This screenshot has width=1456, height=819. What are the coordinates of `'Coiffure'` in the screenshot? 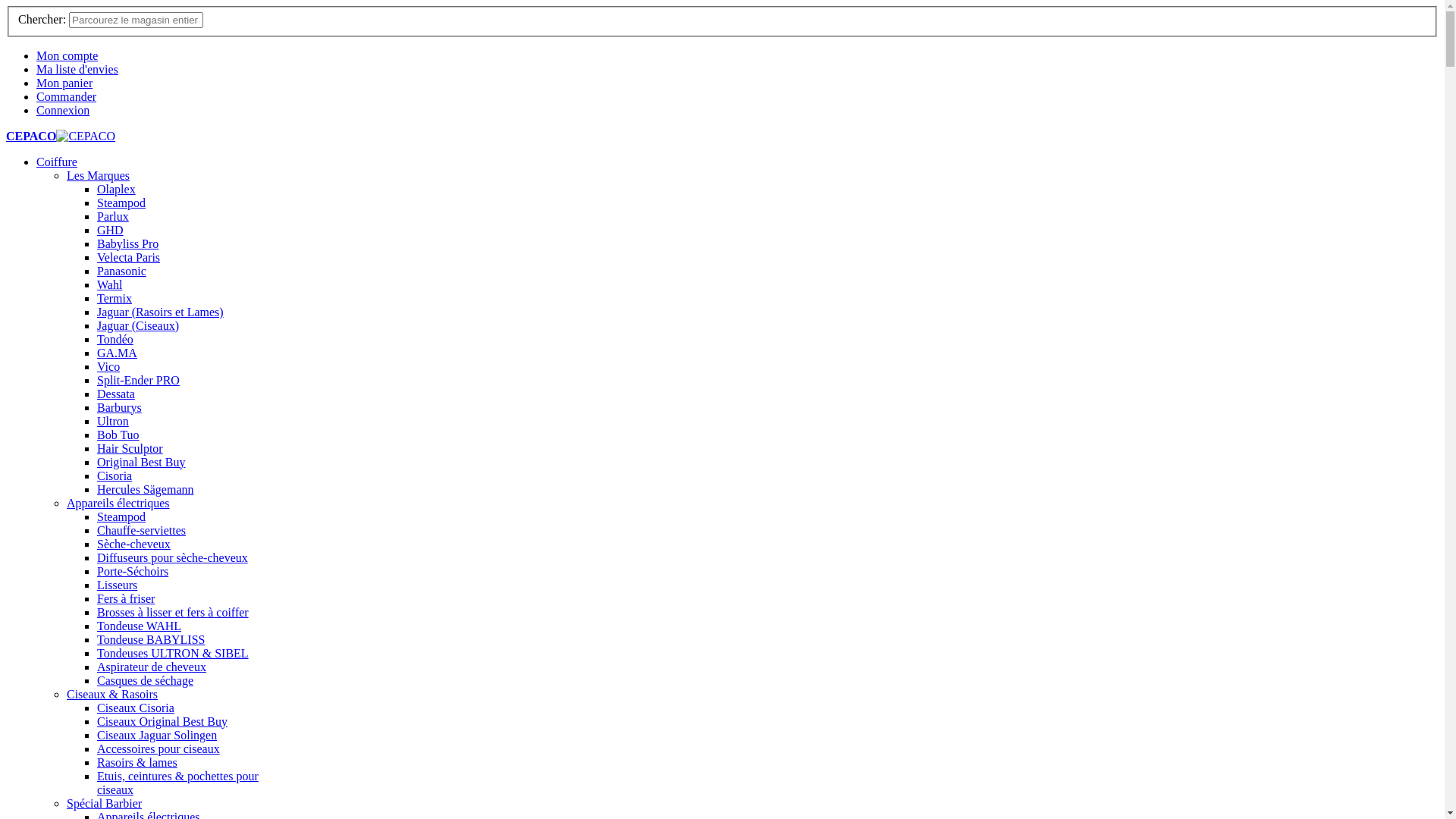 It's located at (57, 162).